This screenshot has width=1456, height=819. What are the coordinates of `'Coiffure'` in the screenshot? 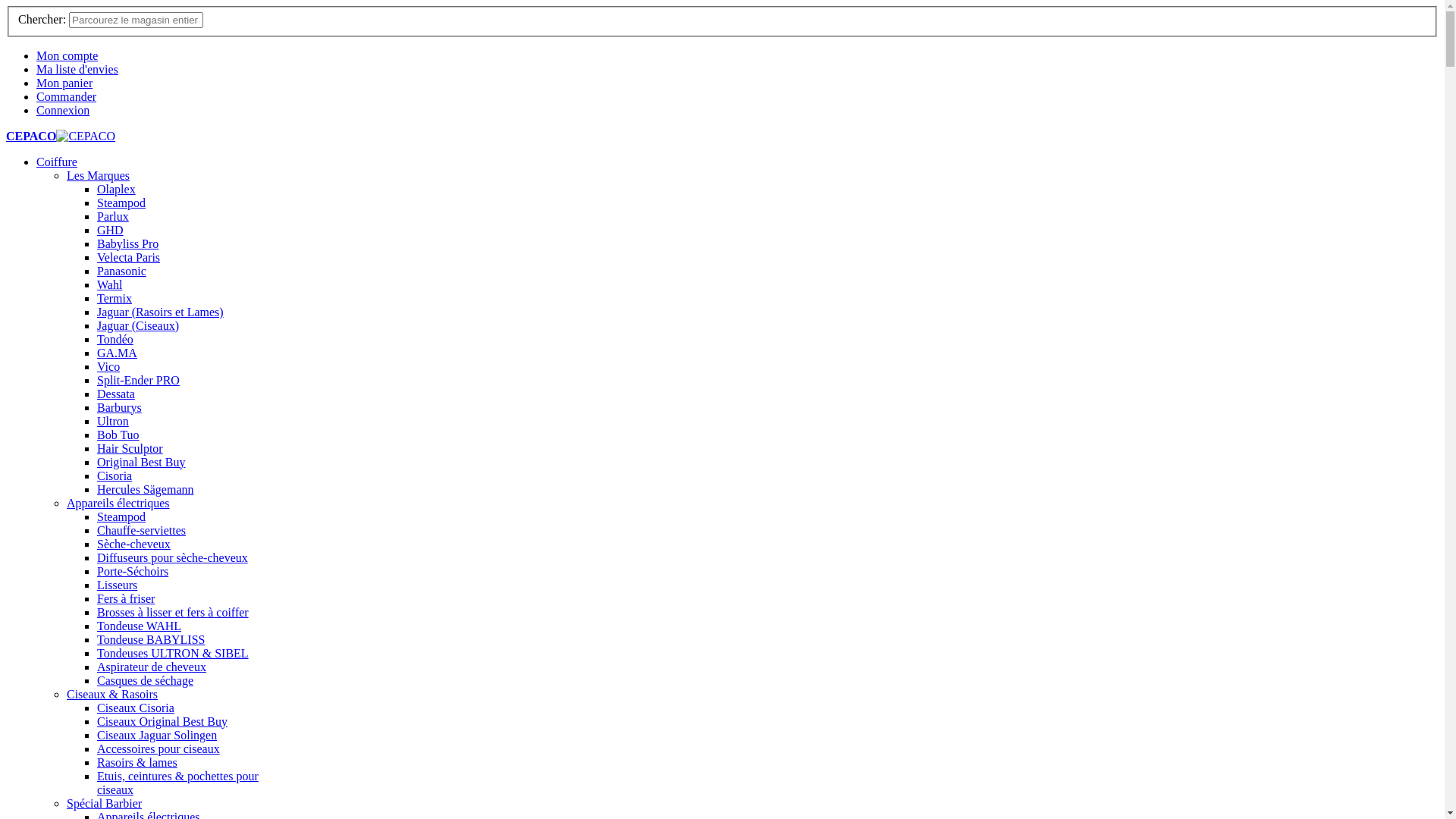 It's located at (57, 162).